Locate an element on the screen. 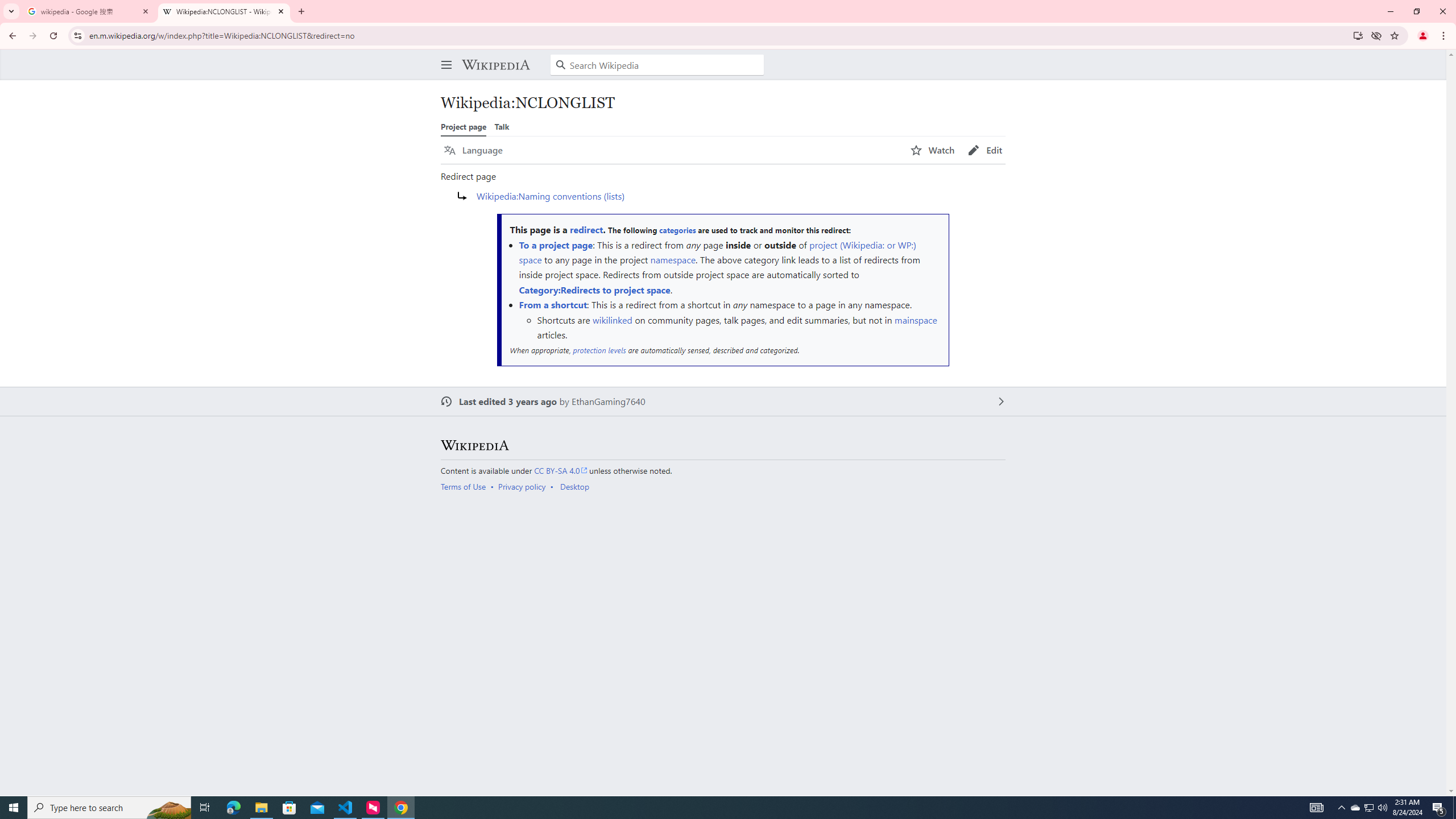  'Watch' is located at coordinates (932, 150).